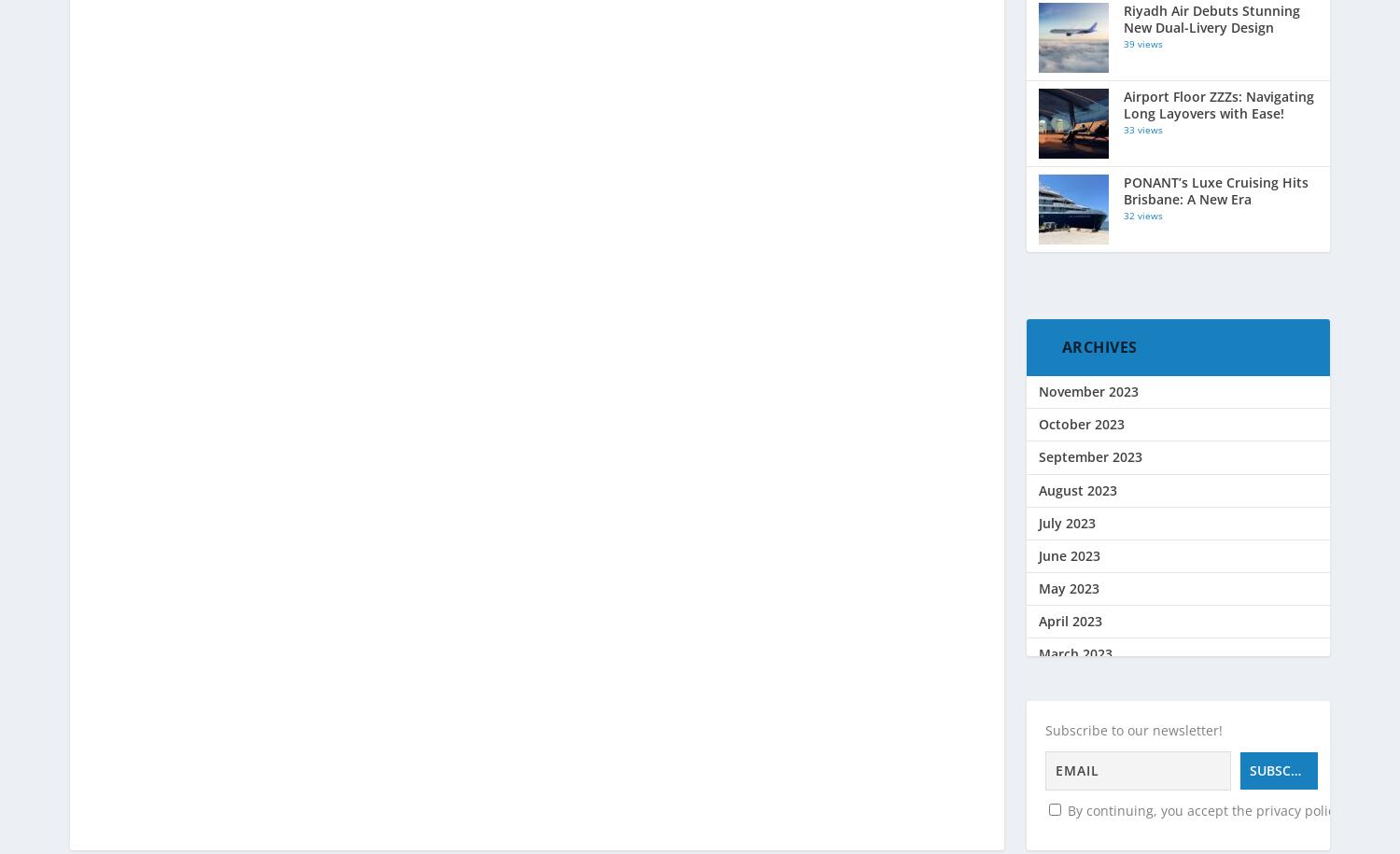  What do you see at coordinates (1036, 686) in the screenshot?
I see `'February 2023'` at bounding box center [1036, 686].